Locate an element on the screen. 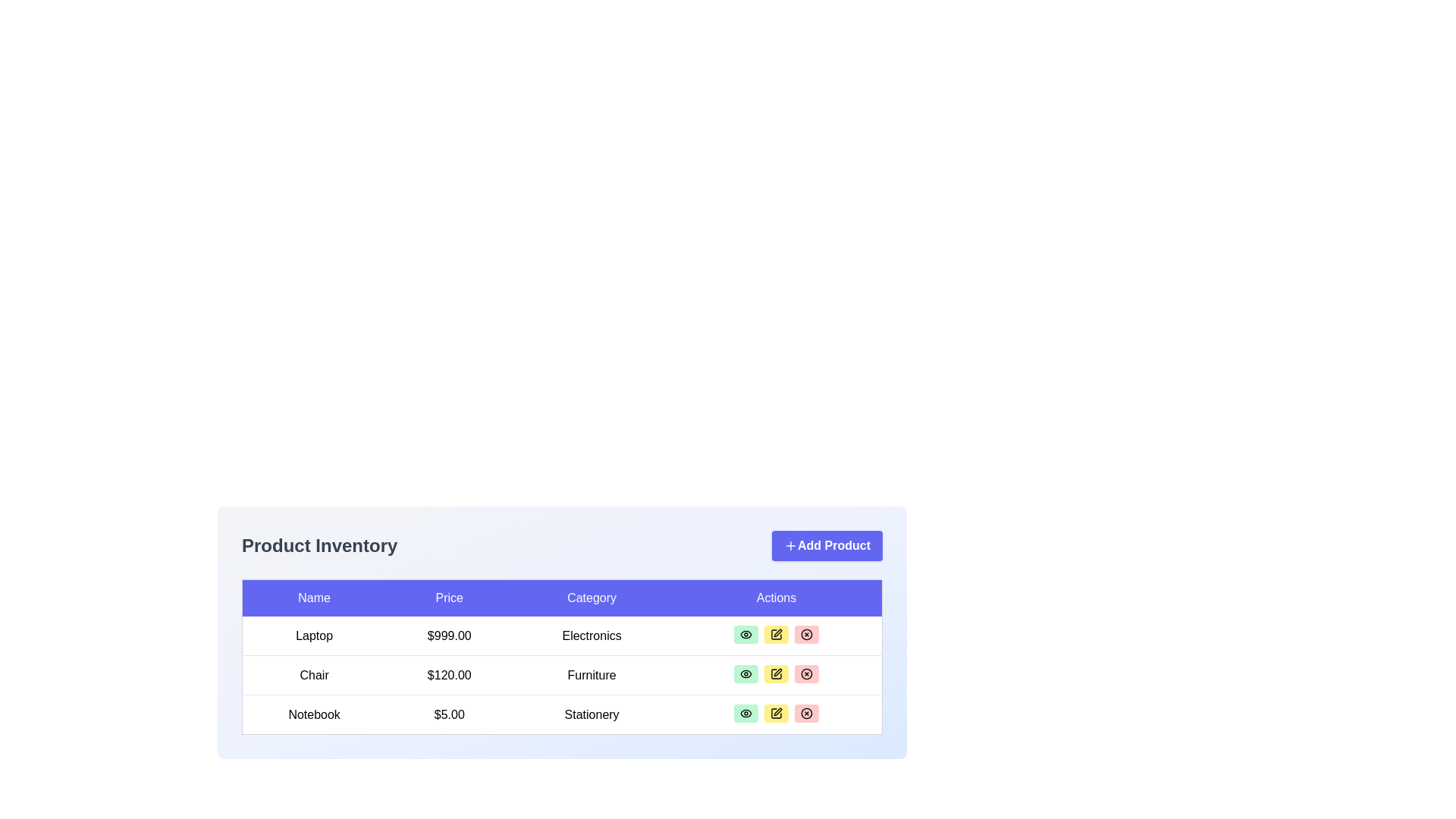 This screenshot has height=819, width=1456. the 'Category' column header label in the table, which is the third header between 'Price' and 'Actions' is located at coordinates (591, 597).